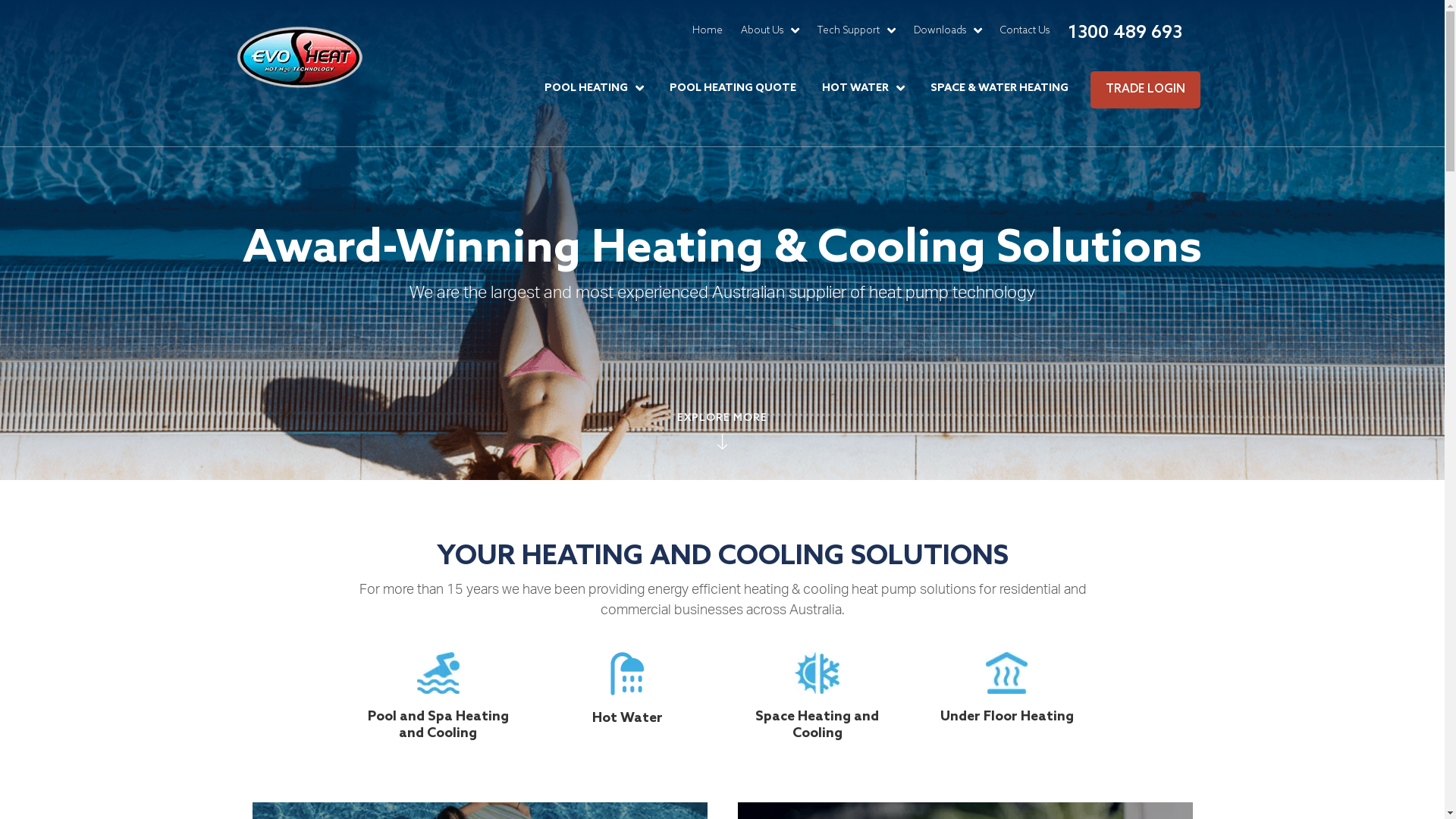 The width and height of the screenshot is (1456, 819). What do you see at coordinates (1125, 33) in the screenshot?
I see `'1300 489 693'` at bounding box center [1125, 33].